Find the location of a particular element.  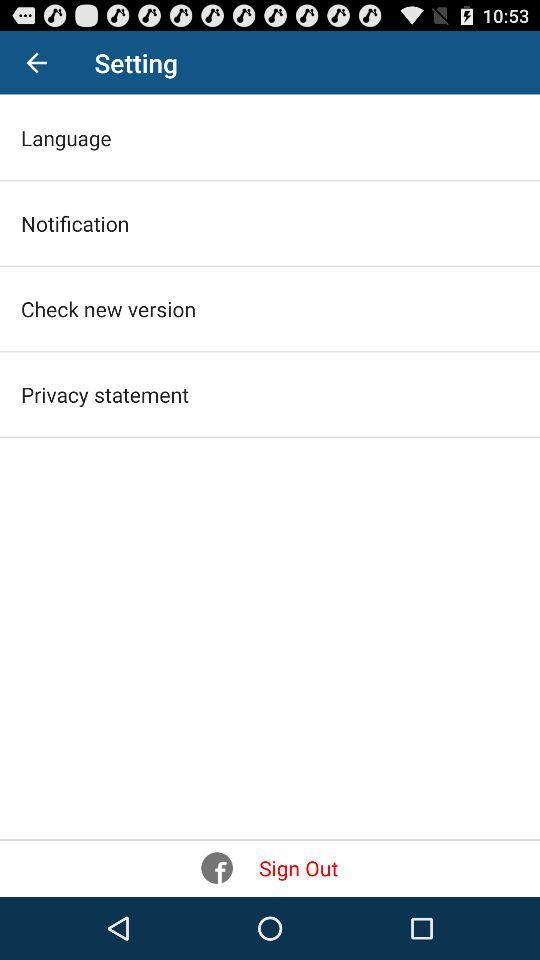

privacy statement icon is located at coordinates (104, 393).